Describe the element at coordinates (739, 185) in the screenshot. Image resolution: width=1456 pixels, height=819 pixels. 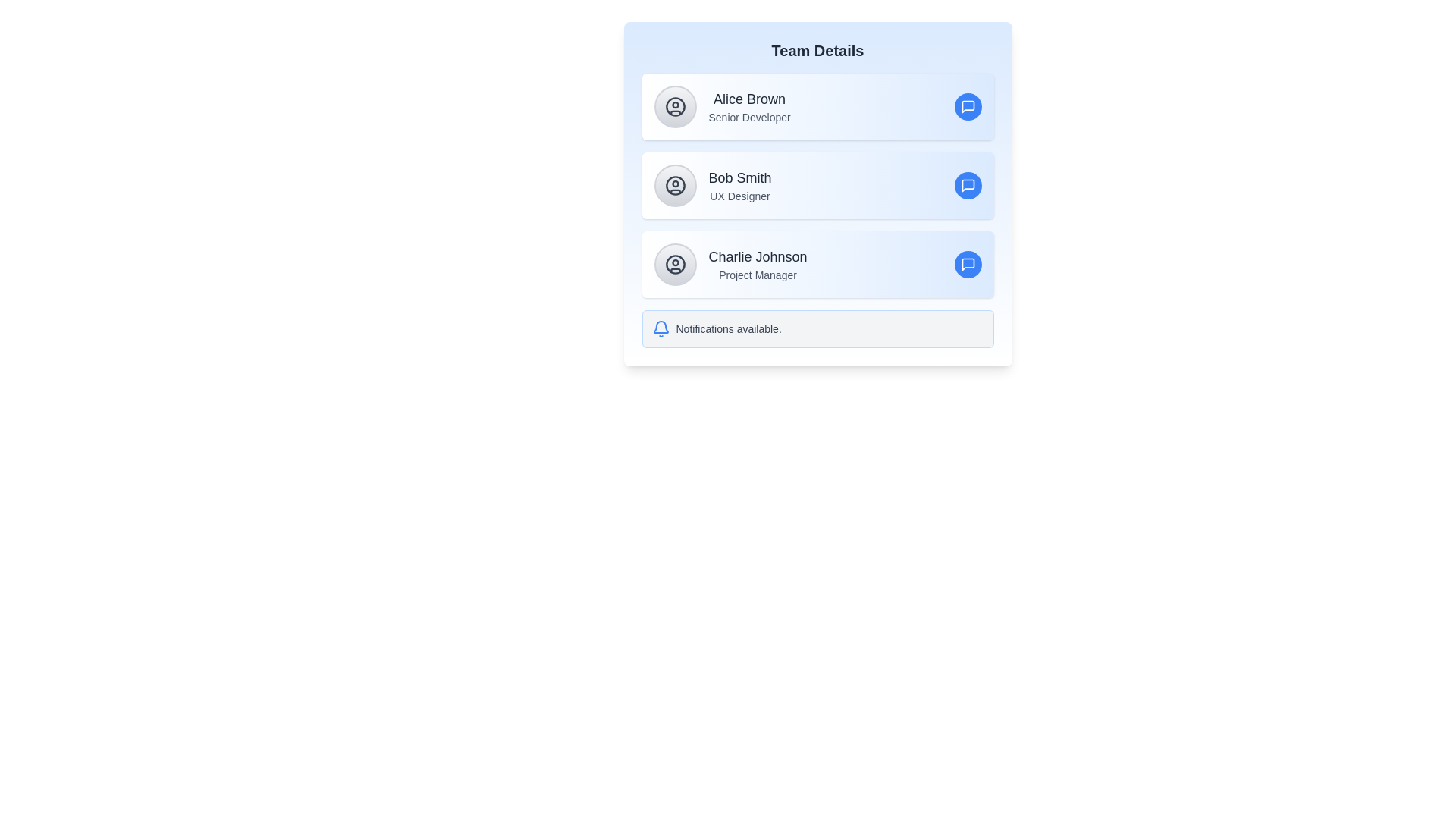
I see `the text label displaying the name and job title of a team member, which is the second entry in the team member list, centrally located within its card, to the right of the user avatar icon and above the messaging icon` at that location.